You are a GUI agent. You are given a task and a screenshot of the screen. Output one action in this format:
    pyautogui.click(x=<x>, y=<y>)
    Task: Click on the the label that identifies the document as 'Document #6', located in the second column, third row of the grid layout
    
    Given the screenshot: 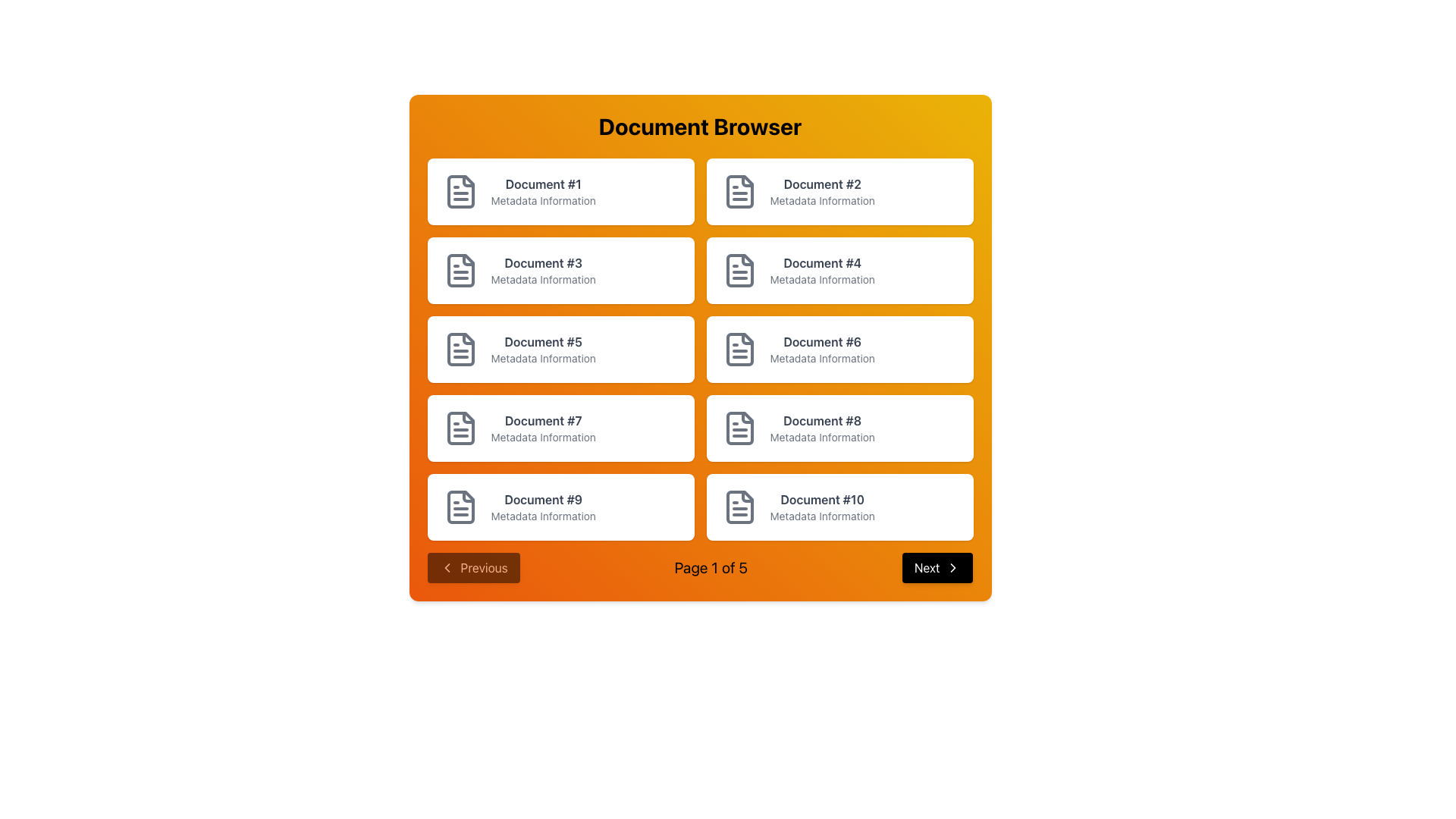 What is the action you would take?
    pyautogui.click(x=821, y=342)
    